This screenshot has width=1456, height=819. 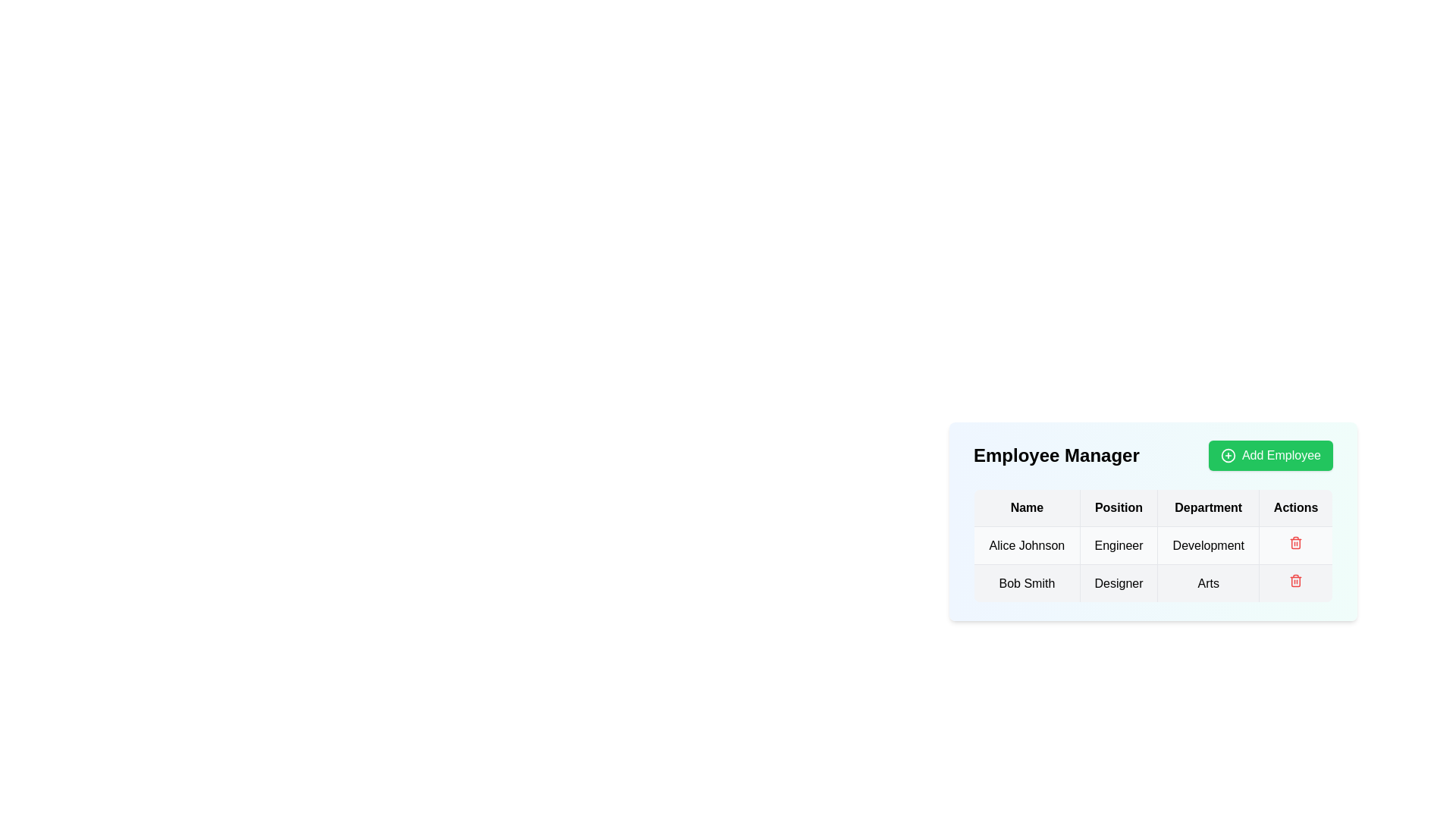 I want to click on the table cell containing 'Alice Johnson' for accessibility navigation, so click(x=1027, y=544).